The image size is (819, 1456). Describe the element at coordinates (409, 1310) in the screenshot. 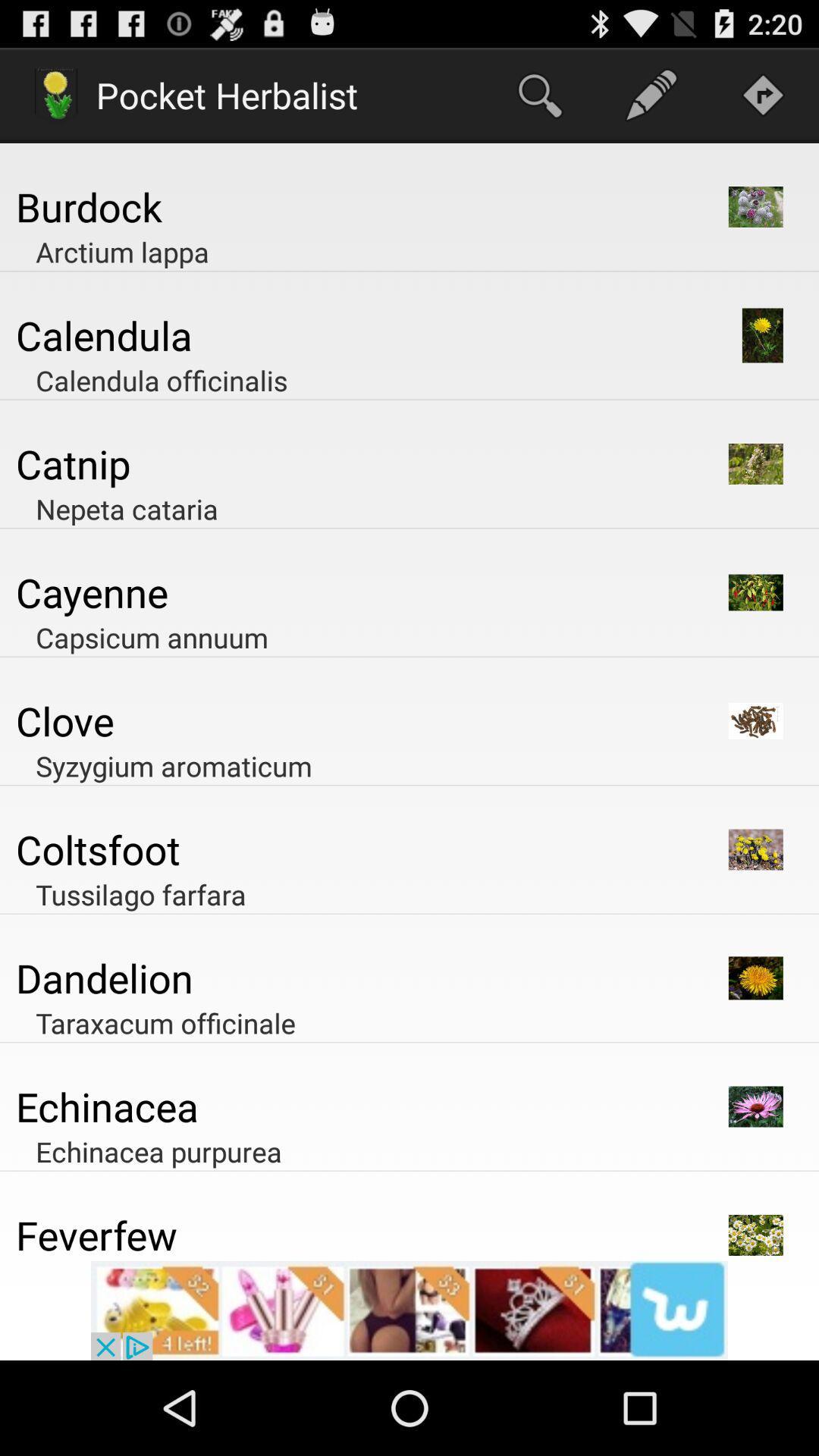

I see `its an advertisement popup` at that location.